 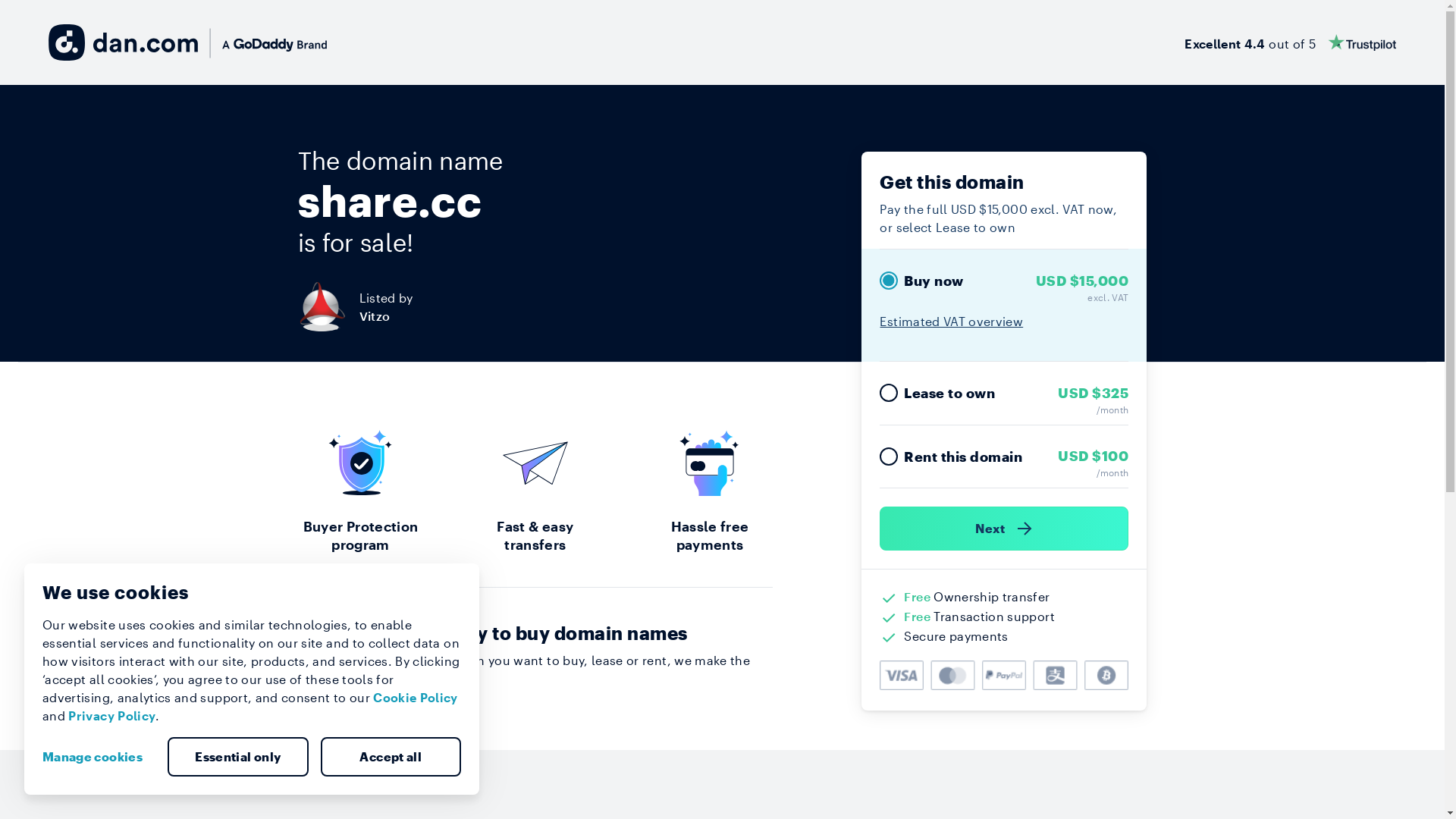 What do you see at coordinates (415, 697) in the screenshot?
I see `'Cookie Policy'` at bounding box center [415, 697].